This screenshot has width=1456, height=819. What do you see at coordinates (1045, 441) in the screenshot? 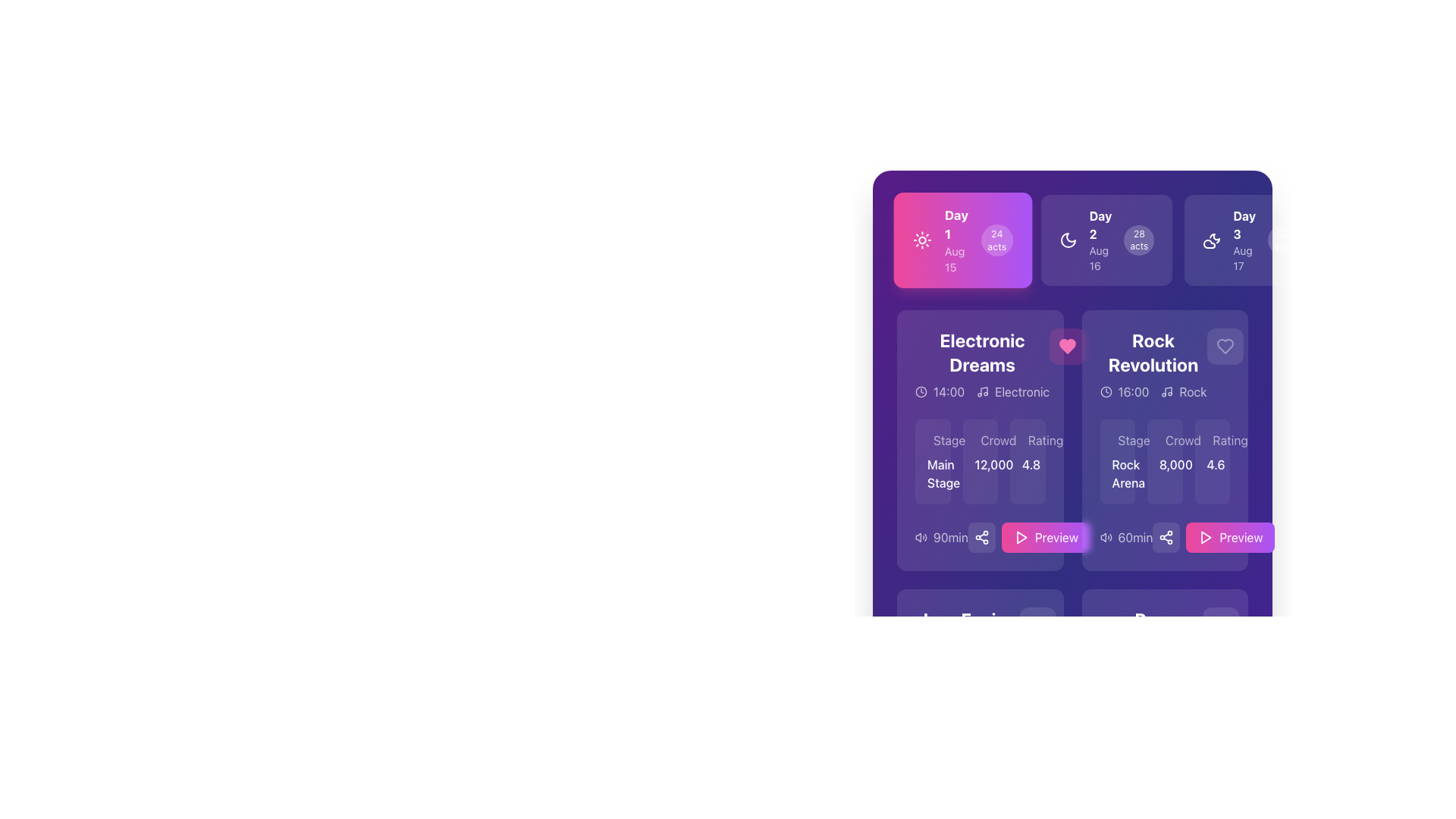
I see `the 'Rating' text label located at the top-right corner of the purple card-like structure, positioned directly below the section title and above a rating number` at bounding box center [1045, 441].